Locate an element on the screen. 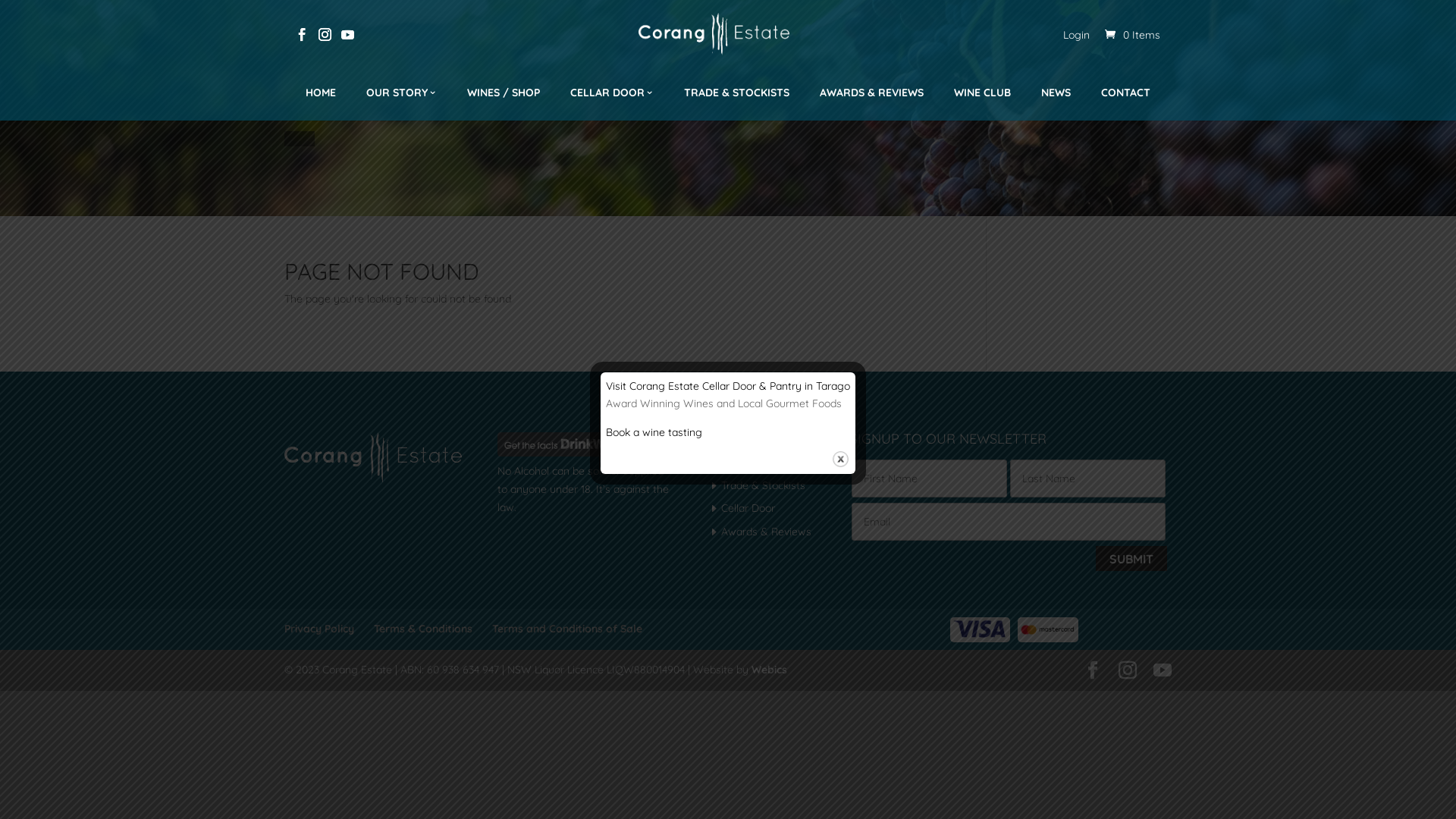  'OUR STORY' is located at coordinates (401, 93).